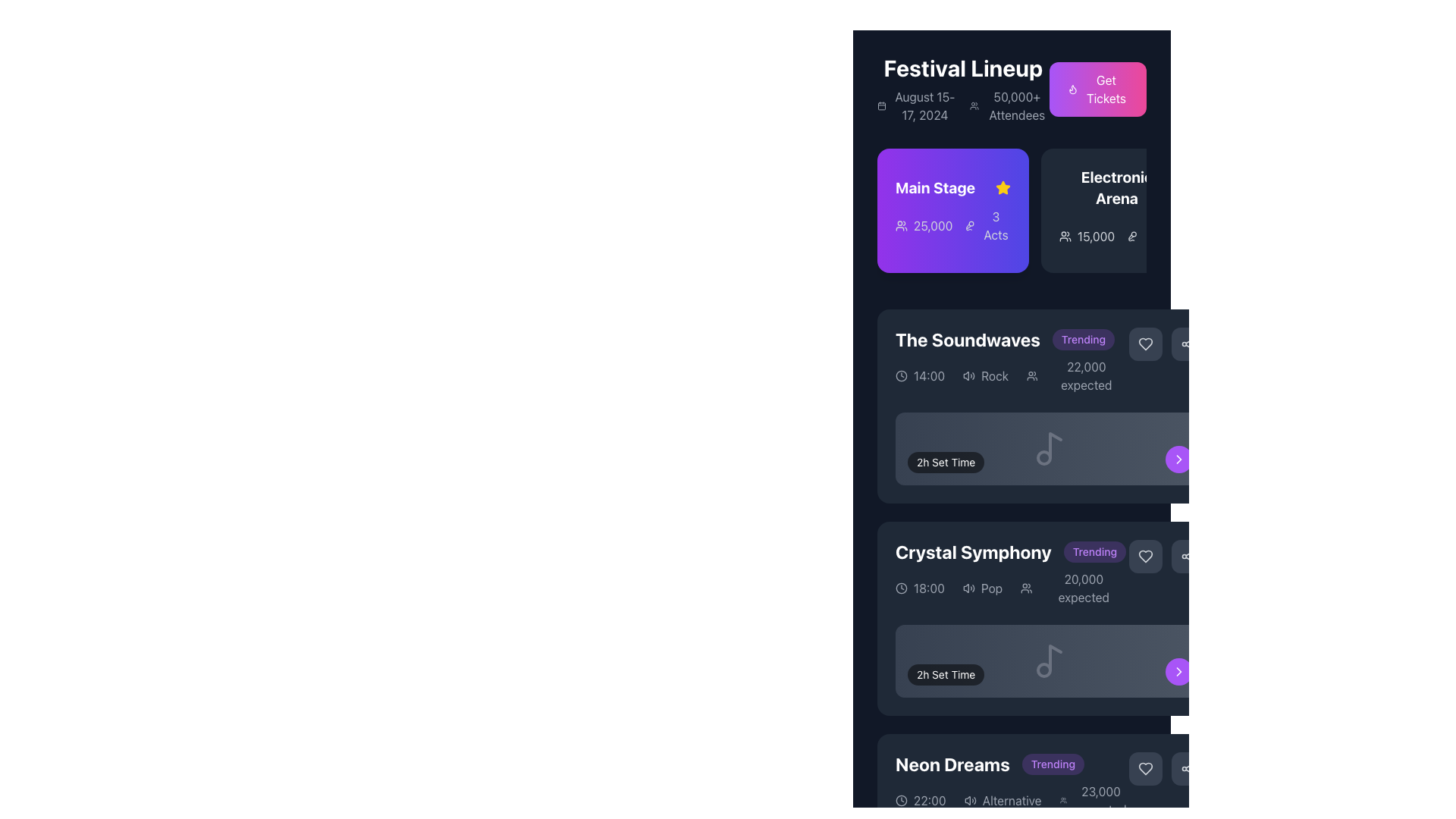  What do you see at coordinates (1146, 344) in the screenshot?
I see `the favorite icon button located at the top-right corner of the event details for 'The Soundwaves'` at bounding box center [1146, 344].